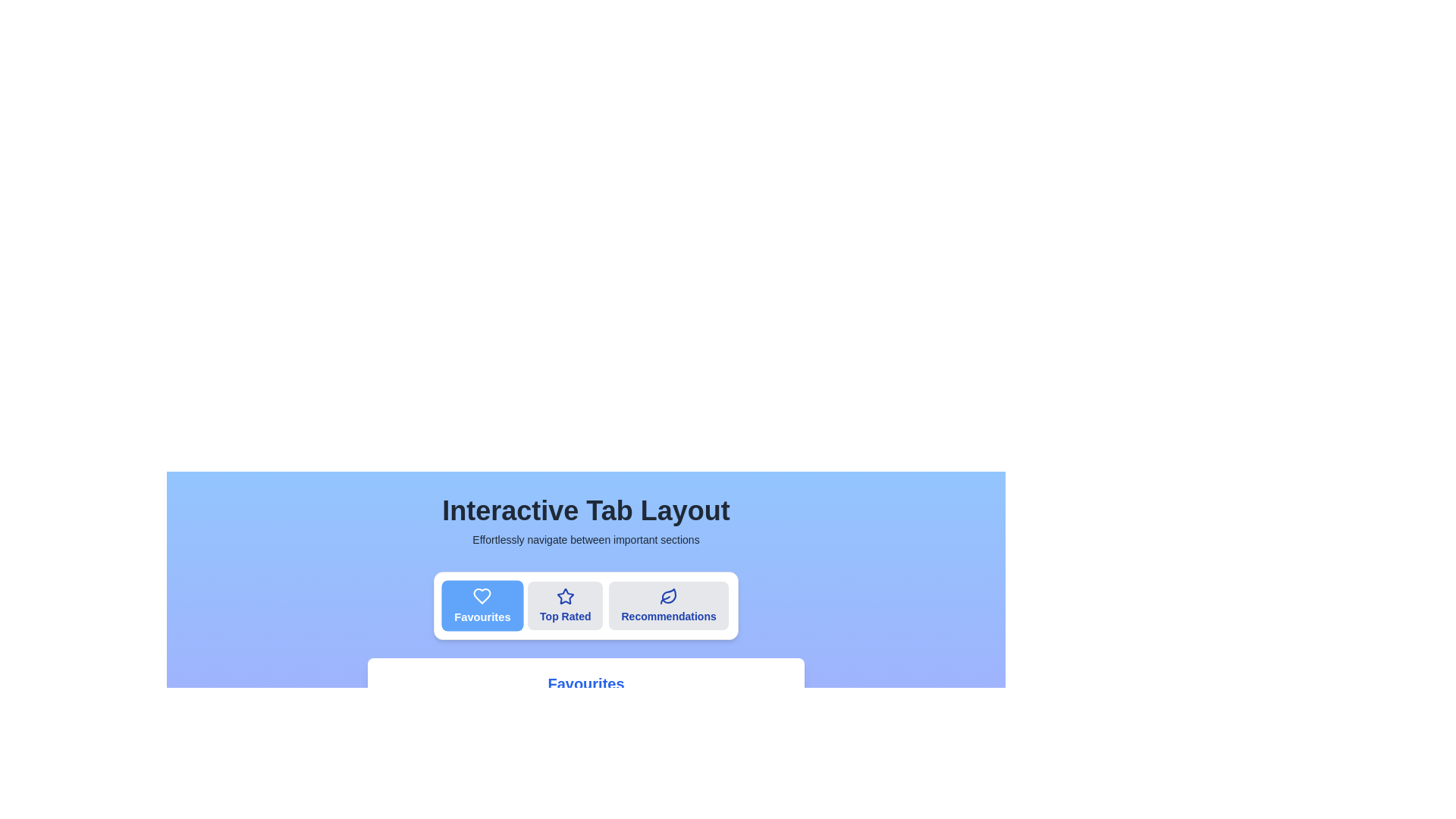 This screenshot has height=819, width=1456. What do you see at coordinates (668, 604) in the screenshot?
I see `the tab labeled Recommendations to switch to the corresponding section` at bounding box center [668, 604].